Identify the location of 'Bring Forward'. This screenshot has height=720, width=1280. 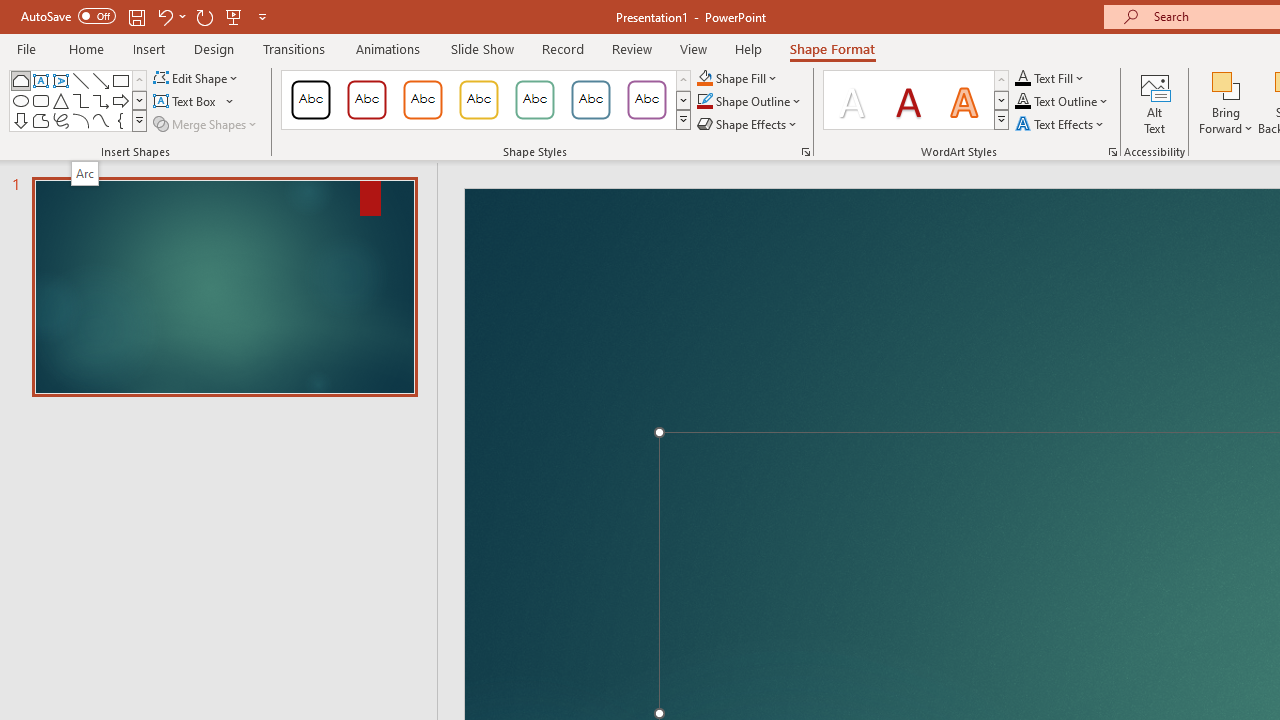
(1225, 103).